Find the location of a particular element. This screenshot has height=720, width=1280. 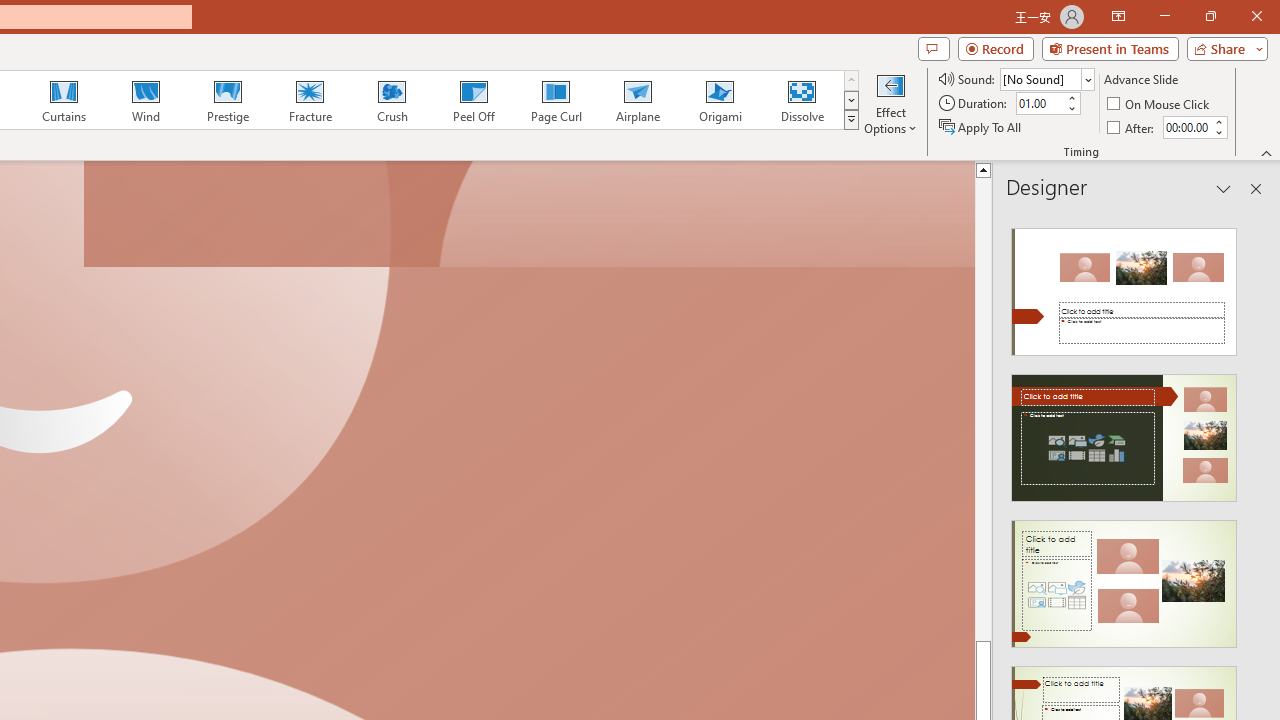

'Row Down' is located at coordinates (851, 100).